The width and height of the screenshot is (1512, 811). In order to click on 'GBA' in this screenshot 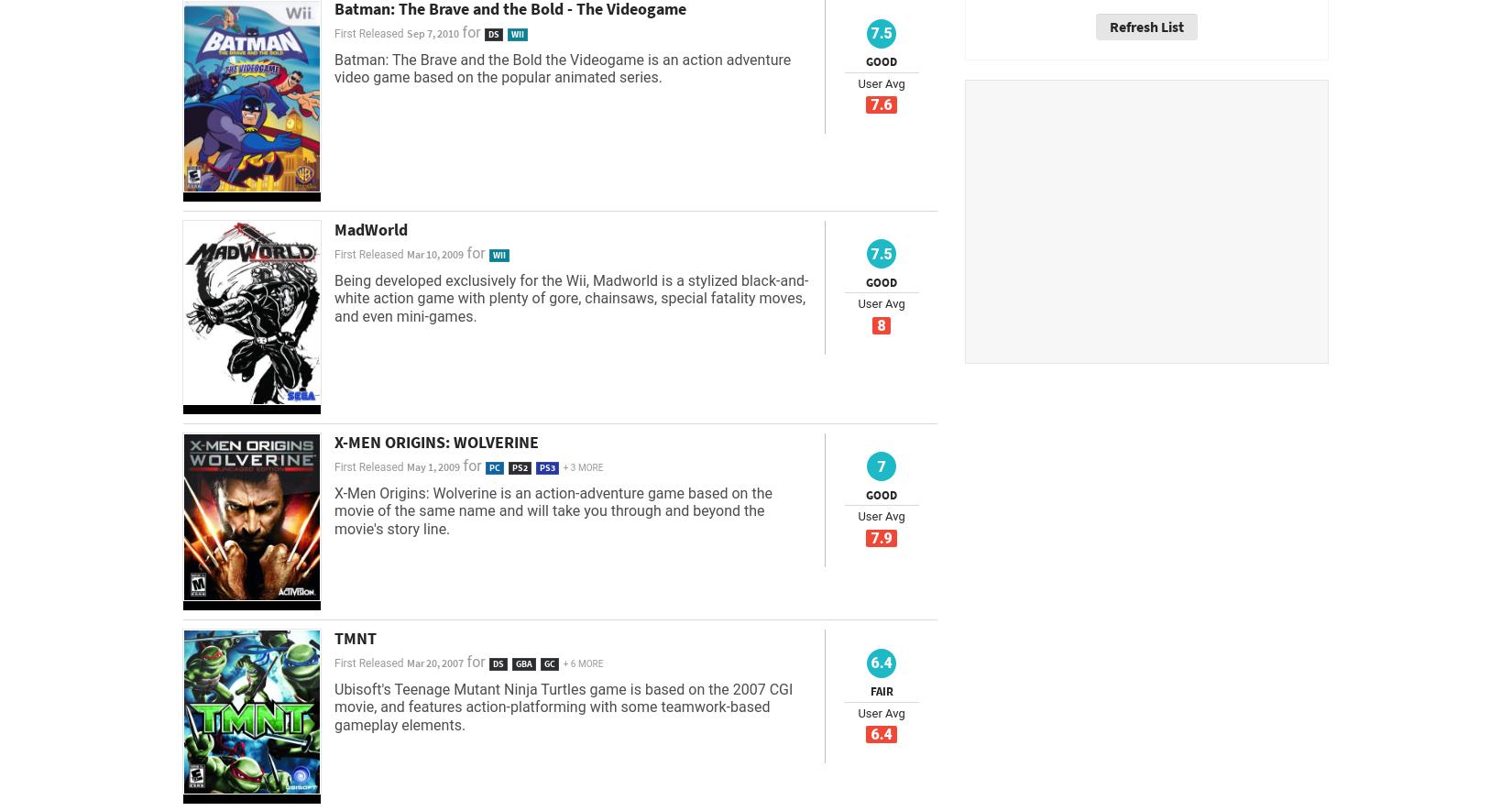, I will do `click(522, 662)`.